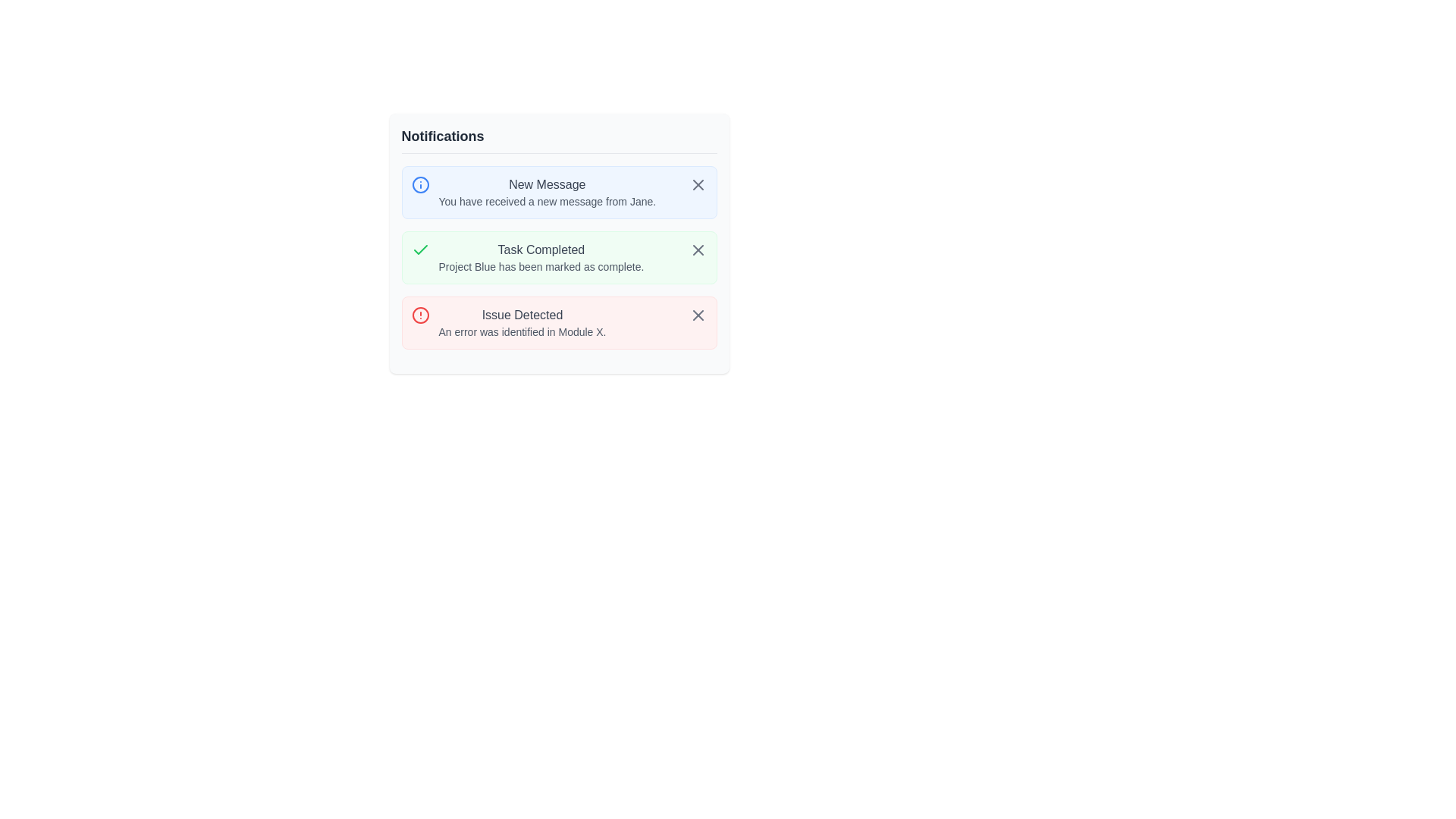  I want to click on the SVG Circle that serves as the background of the informational icon for the 'New Message' notification in the notification panel, so click(420, 184).